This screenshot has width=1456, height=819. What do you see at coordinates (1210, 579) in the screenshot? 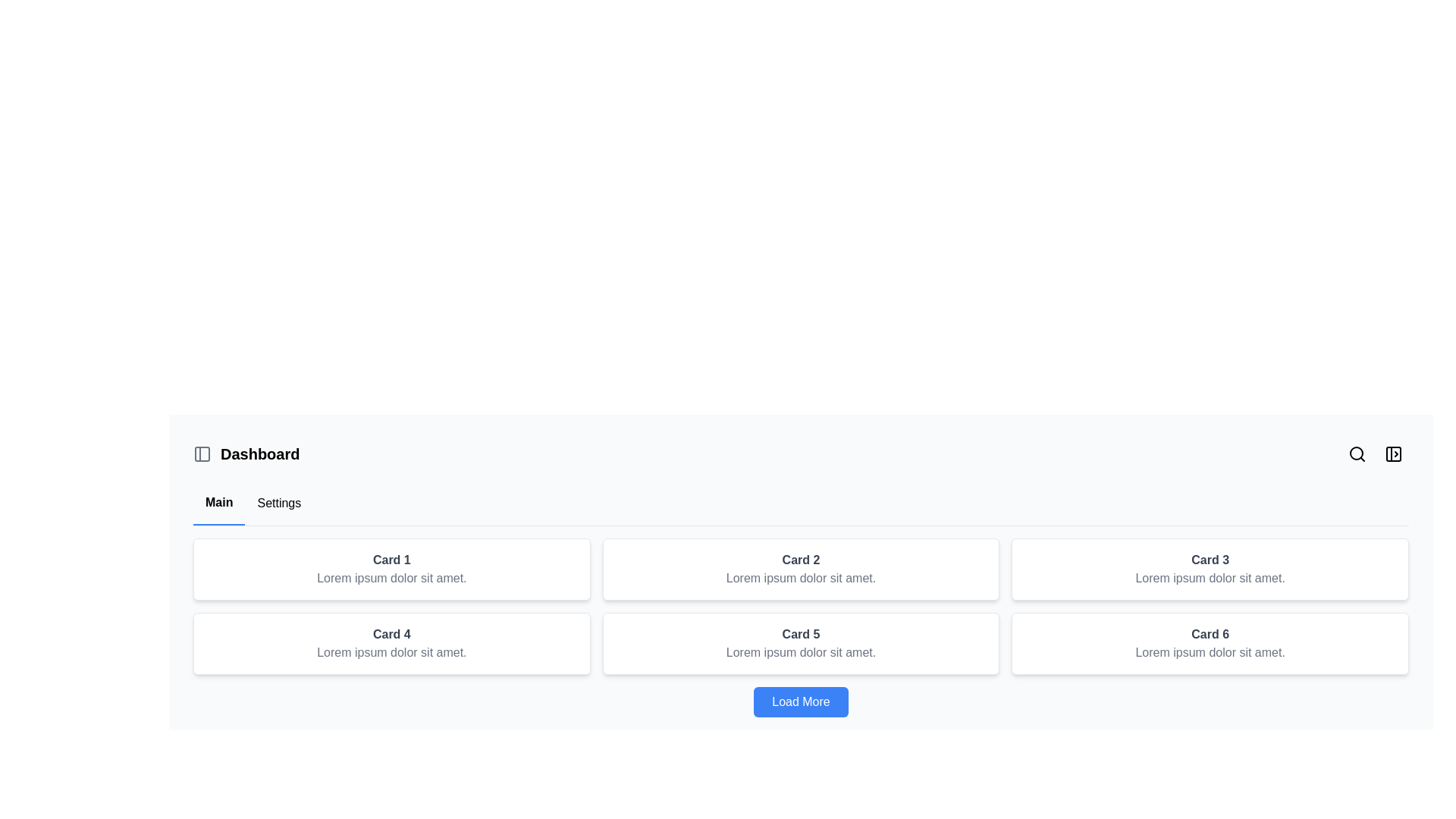
I see `the text display element that shows 'Lorem ipsum dolor sit amet.' located below the 'Card 3' title in the top right corner of the grid layout` at bounding box center [1210, 579].